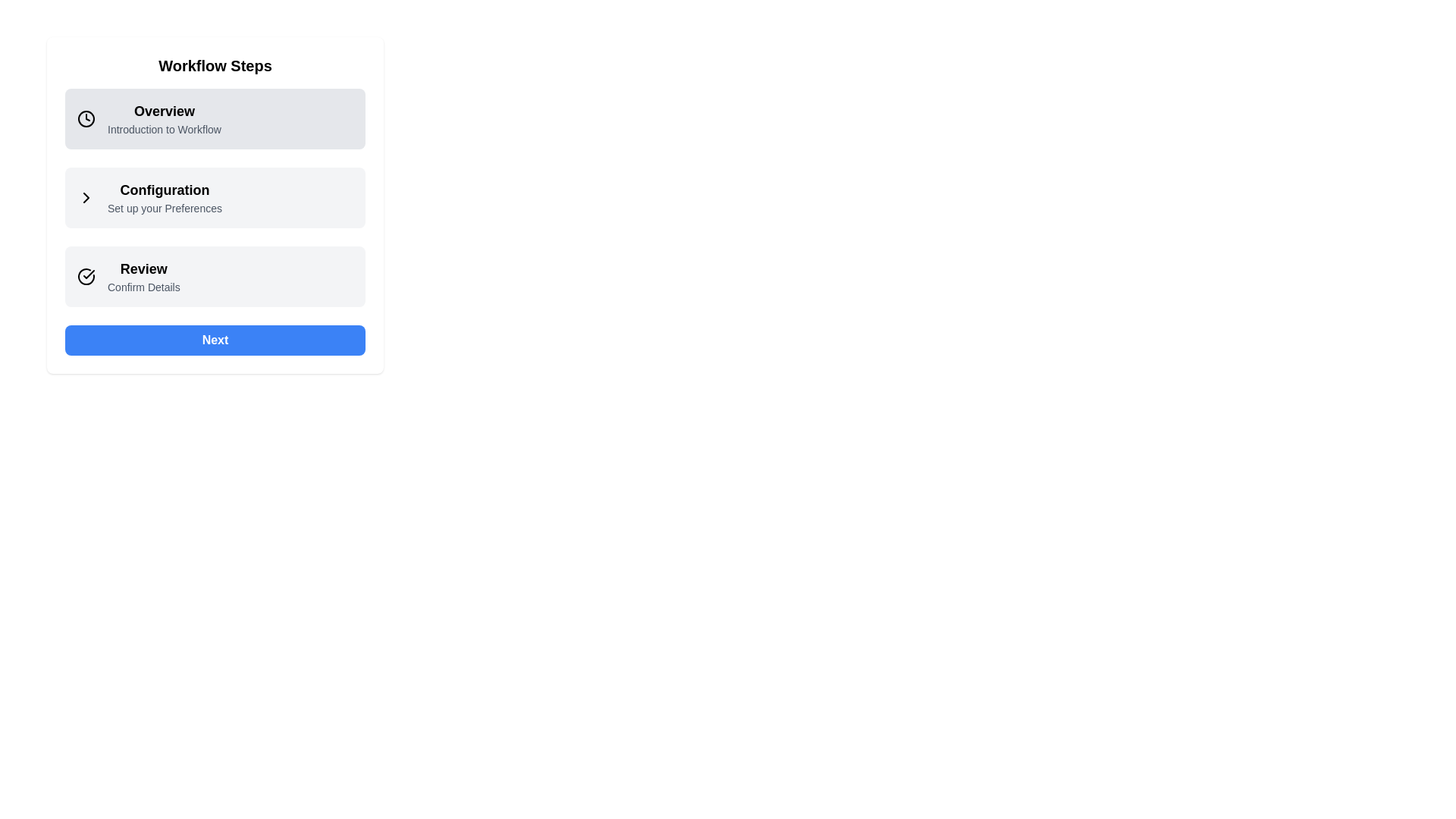 This screenshot has width=1456, height=819. I want to click on the arrow icon on the 'Configuration' step item in the Workflow Steps section, which has a light background and bold title text, so click(214, 197).